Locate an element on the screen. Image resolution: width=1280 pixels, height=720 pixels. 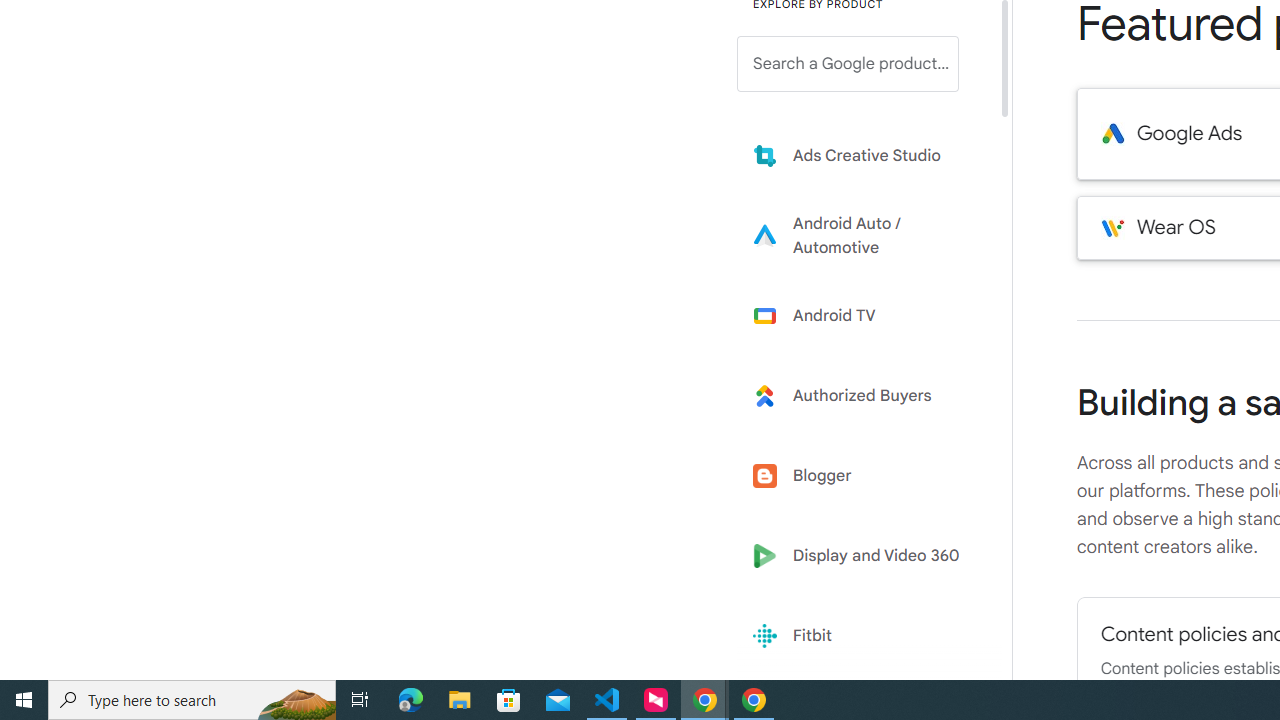
'Display and Video 360' is located at coordinates (862, 556).